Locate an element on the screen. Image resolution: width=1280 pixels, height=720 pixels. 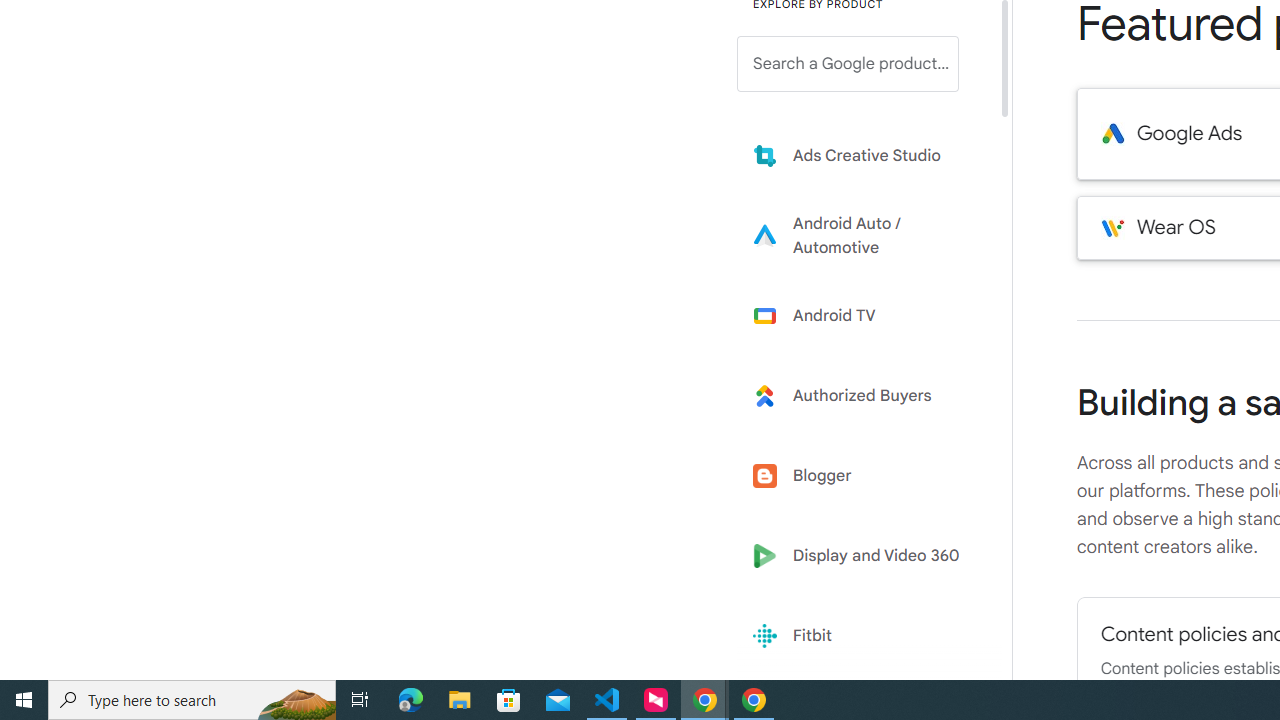
'Display and Video 360' is located at coordinates (862, 556).